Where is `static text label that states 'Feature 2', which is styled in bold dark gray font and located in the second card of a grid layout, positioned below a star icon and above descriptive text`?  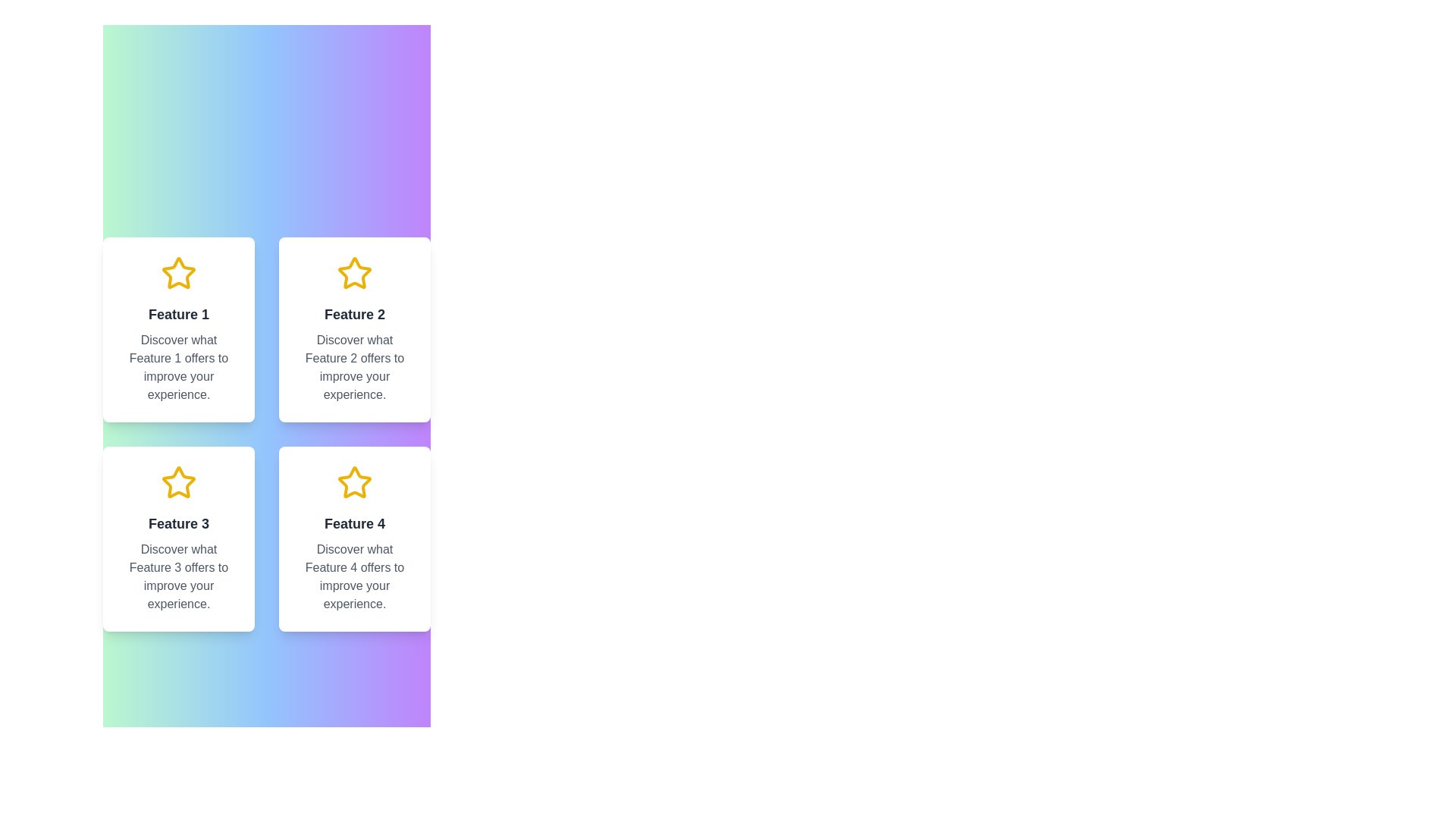 static text label that states 'Feature 2', which is styled in bold dark gray font and located in the second card of a grid layout, positioned below a star icon and above descriptive text is located at coordinates (353, 314).